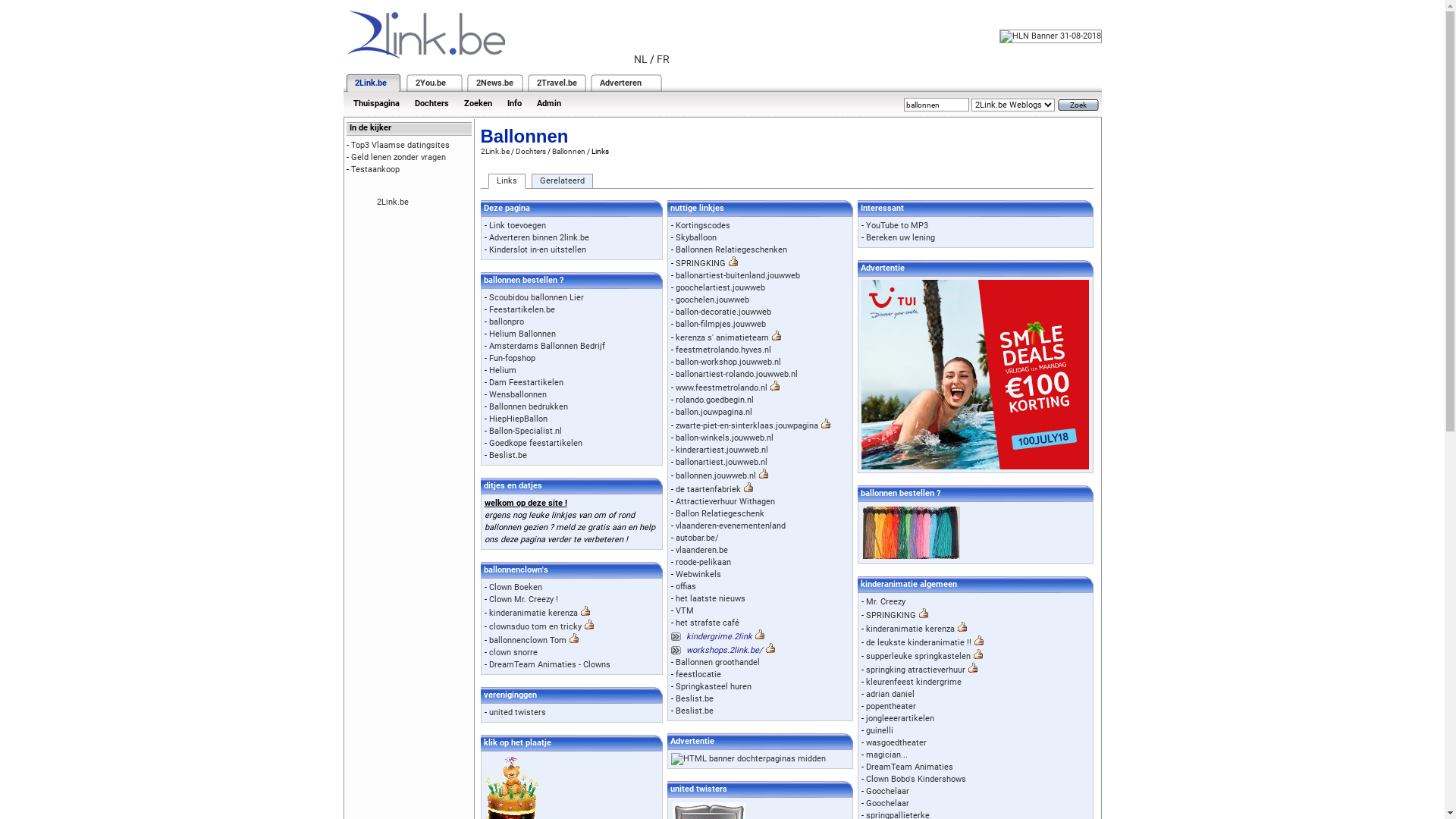  Describe the element at coordinates (546, 346) in the screenshot. I see `'Amsterdams Ballonnen Bedrijf'` at that location.